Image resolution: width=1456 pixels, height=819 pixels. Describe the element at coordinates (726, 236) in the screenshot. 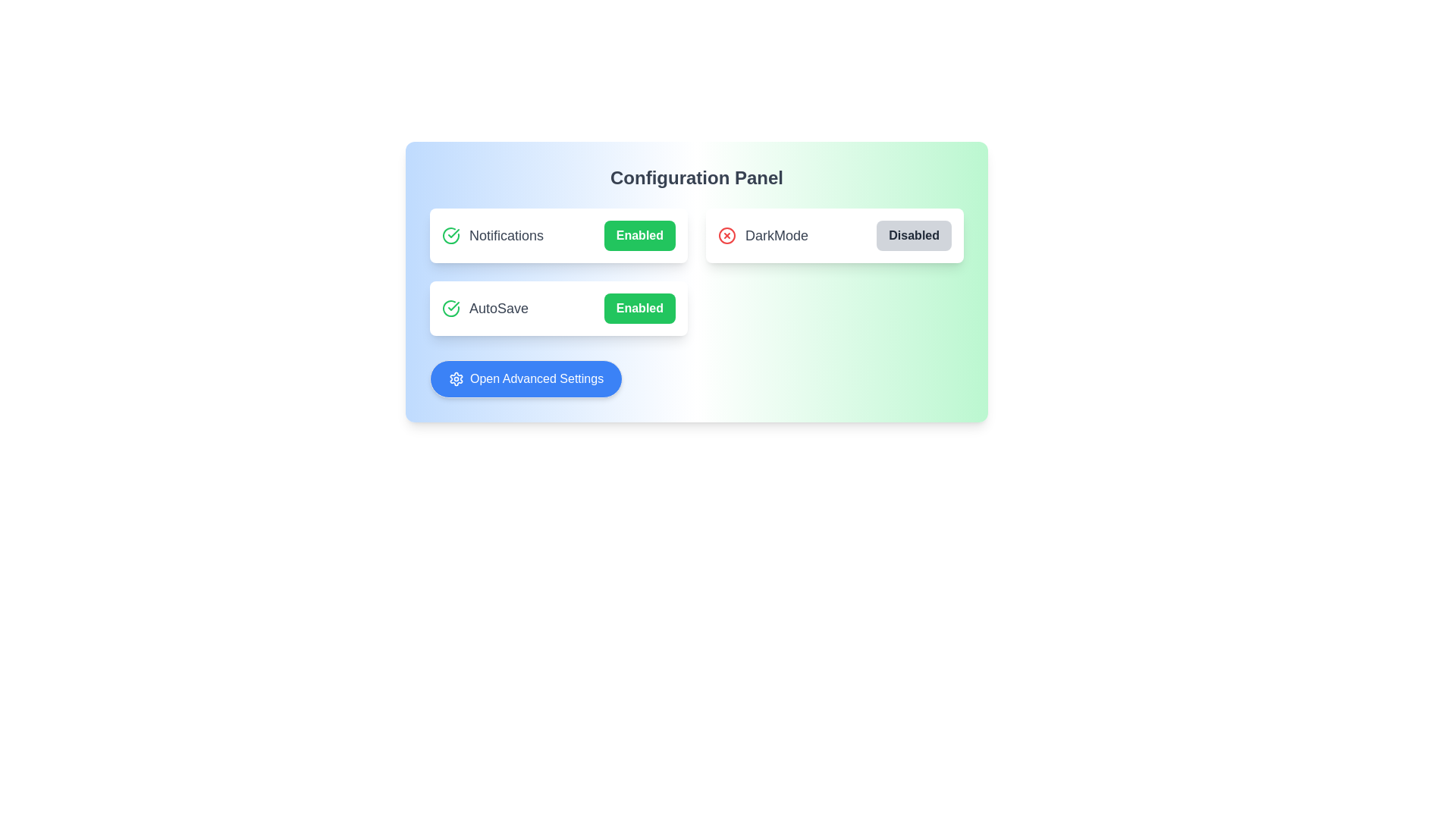

I see `the XCircle icon to toggle its state` at that location.